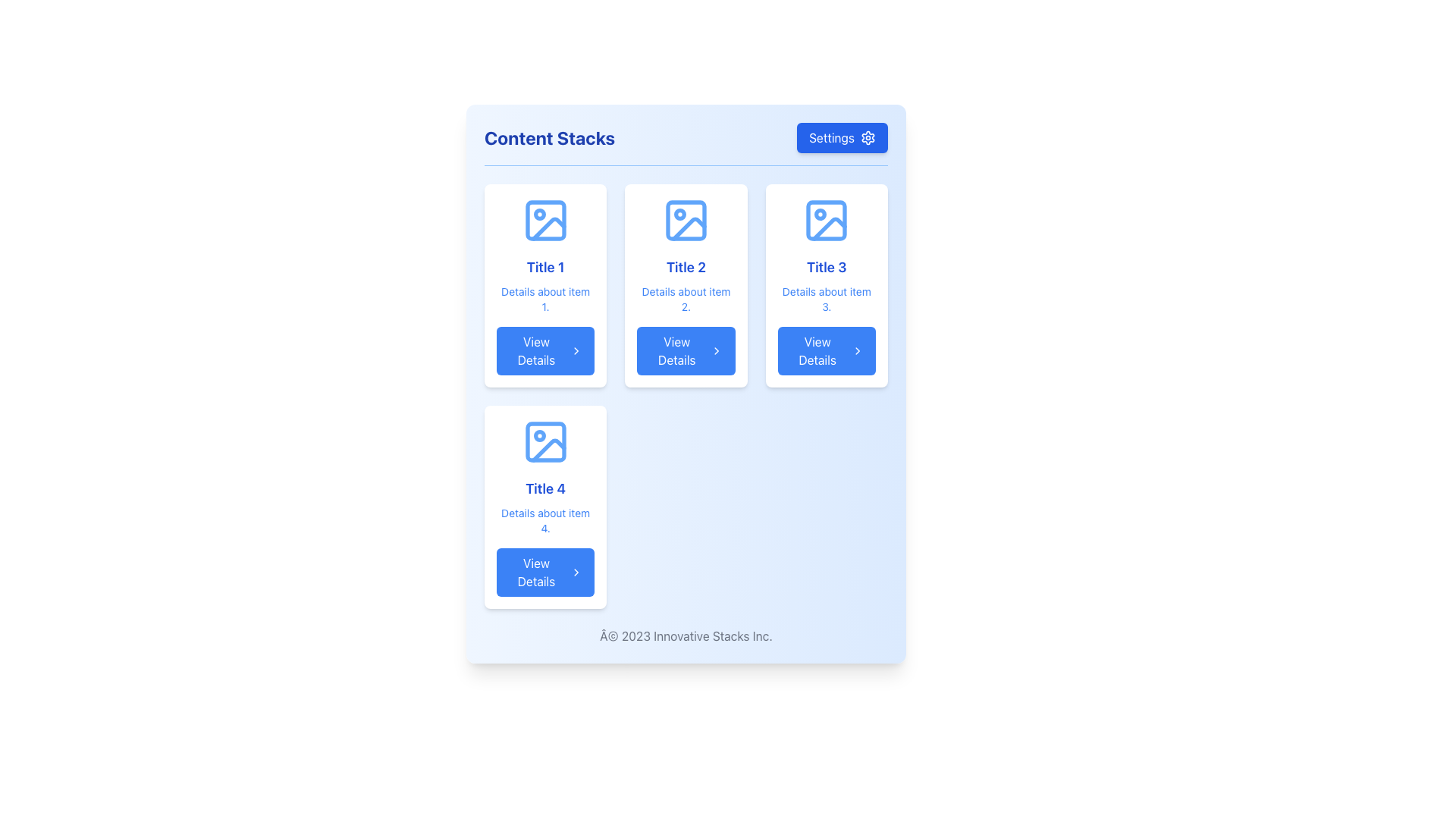 This screenshot has width=1456, height=819. Describe the element at coordinates (545, 441) in the screenshot. I see `the Iconography Component representing a photo frame located in the center of the fourth card labeled 'Title 4'` at that location.